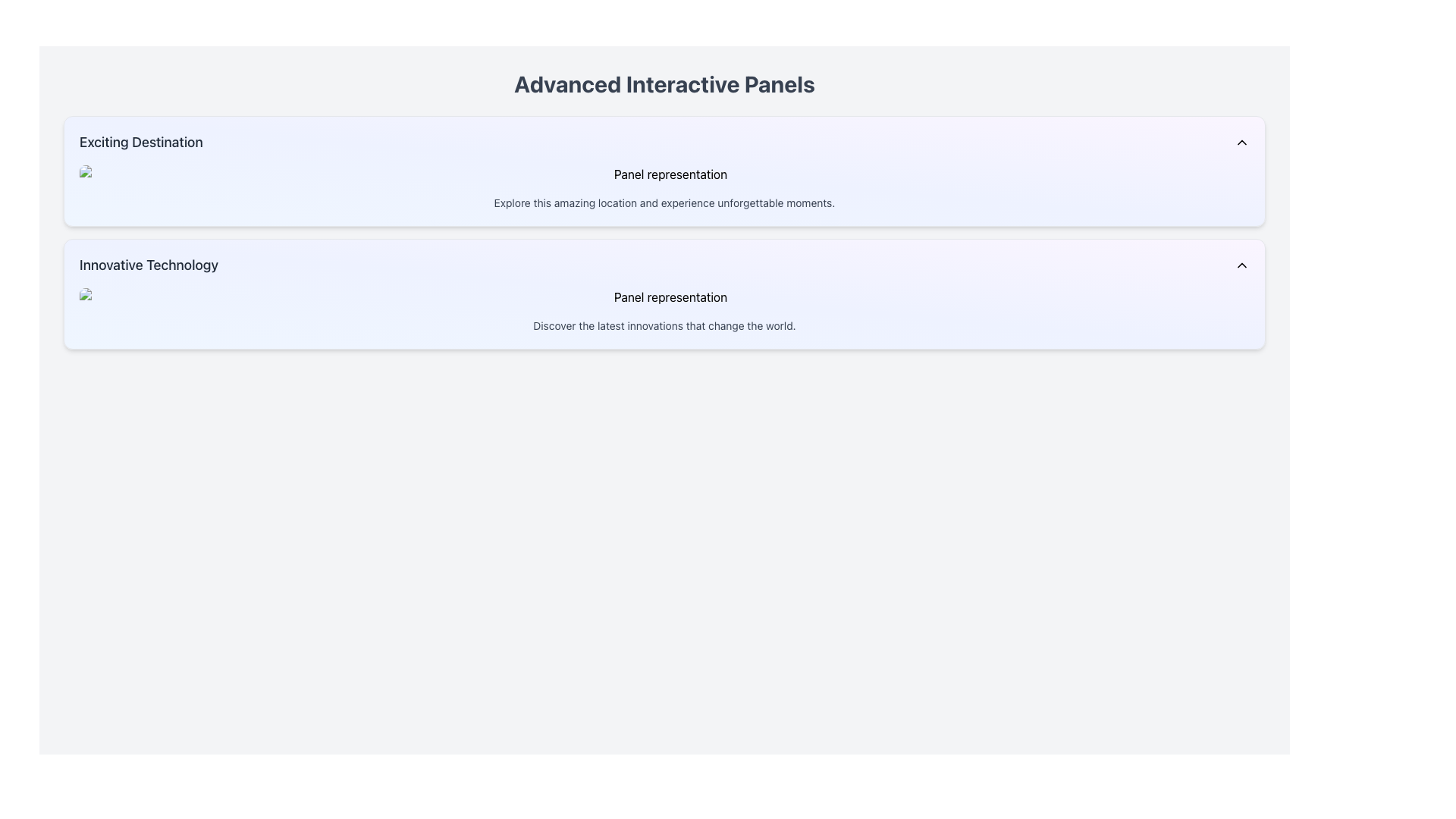  Describe the element at coordinates (1241, 265) in the screenshot. I see `the toggle icon for 'Innovative Technology'` at that location.